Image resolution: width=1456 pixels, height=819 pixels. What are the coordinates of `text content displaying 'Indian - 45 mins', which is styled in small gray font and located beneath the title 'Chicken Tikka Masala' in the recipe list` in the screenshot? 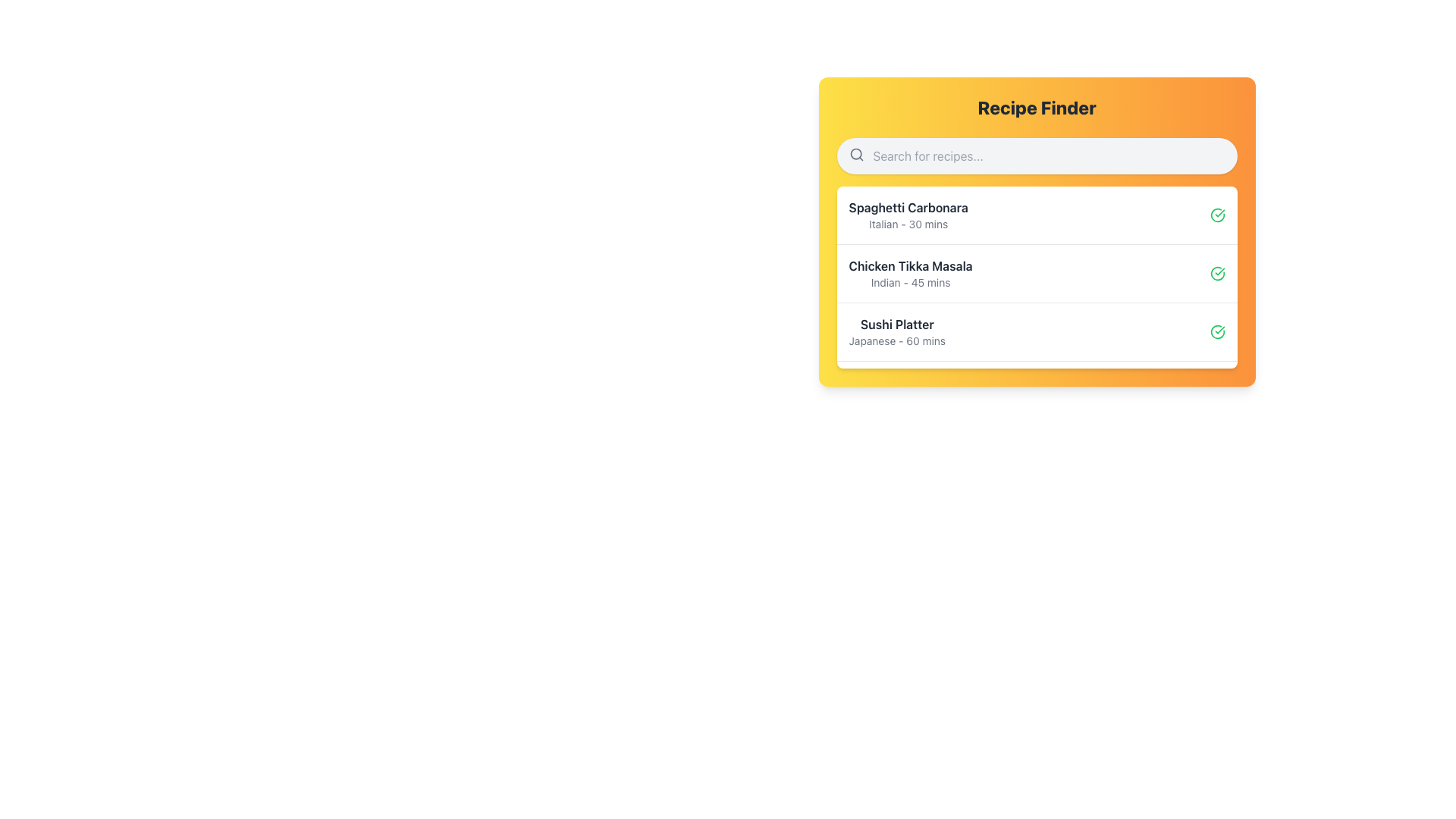 It's located at (910, 283).